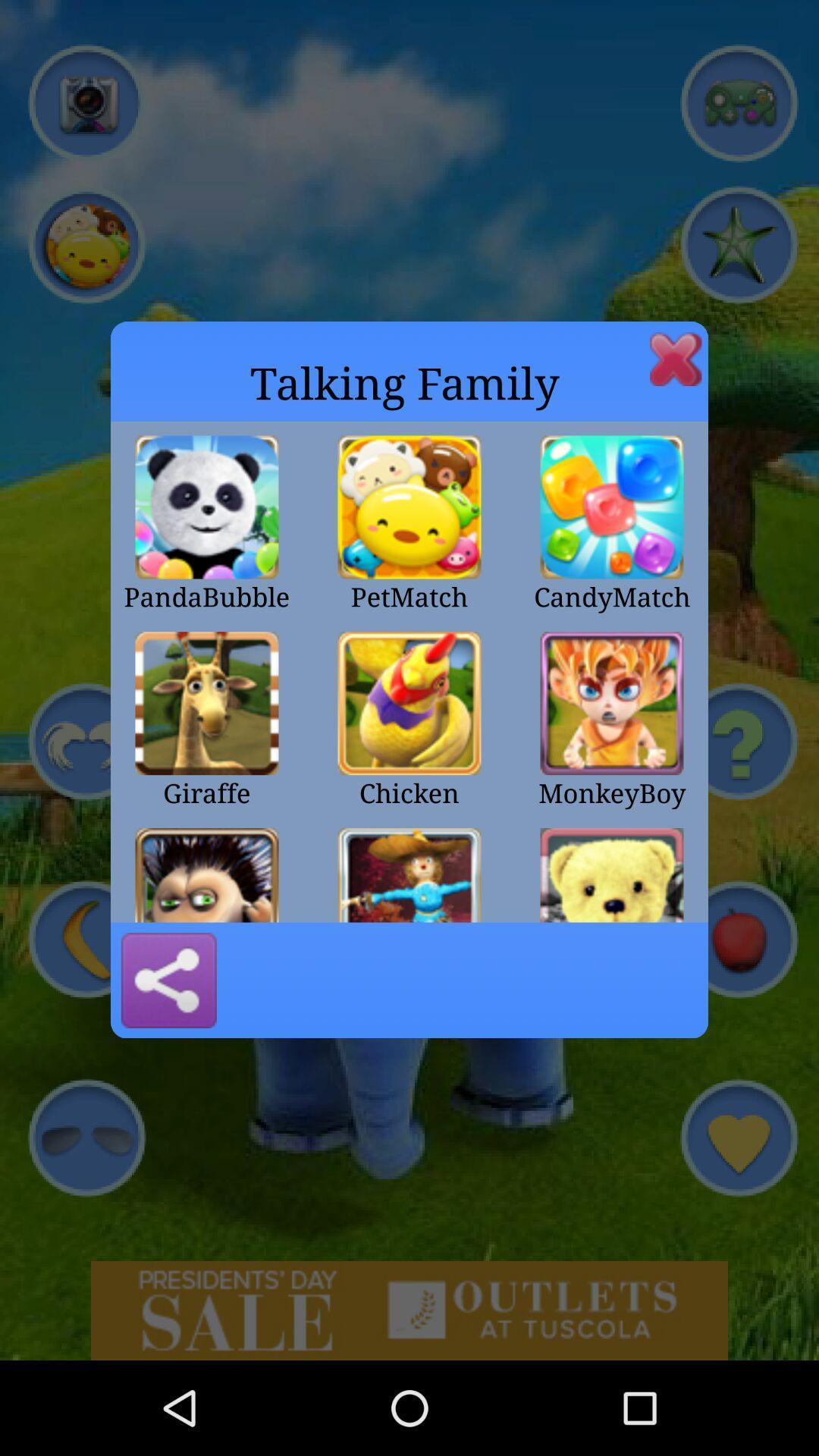 The height and width of the screenshot is (1456, 819). What do you see at coordinates (168, 980) in the screenshot?
I see `share the article` at bounding box center [168, 980].